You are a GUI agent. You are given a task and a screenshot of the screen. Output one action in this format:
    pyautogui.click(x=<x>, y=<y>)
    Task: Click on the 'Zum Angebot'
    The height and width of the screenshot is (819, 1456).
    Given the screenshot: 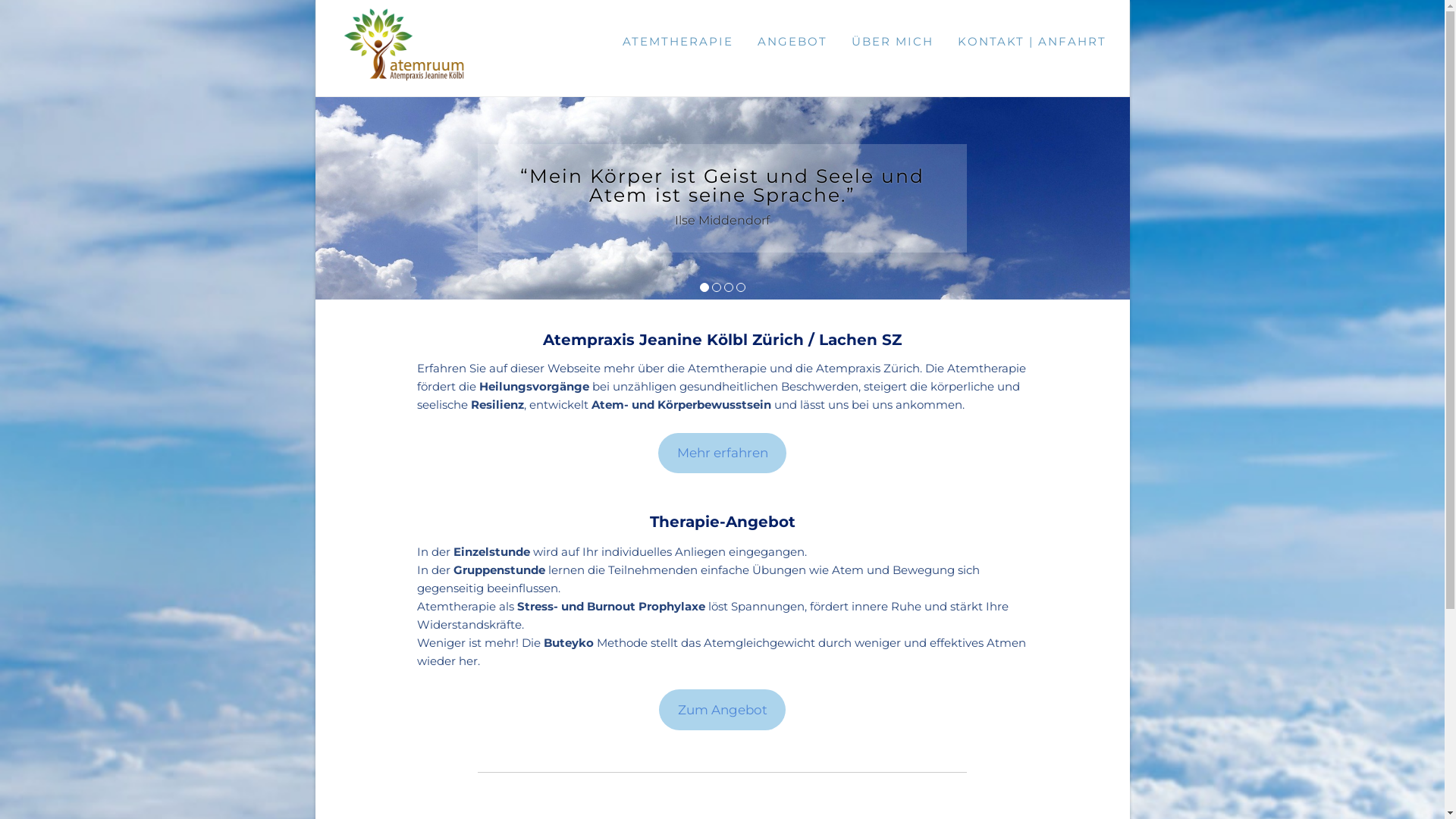 What is the action you would take?
    pyautogui.click(x=658, y=710)
    